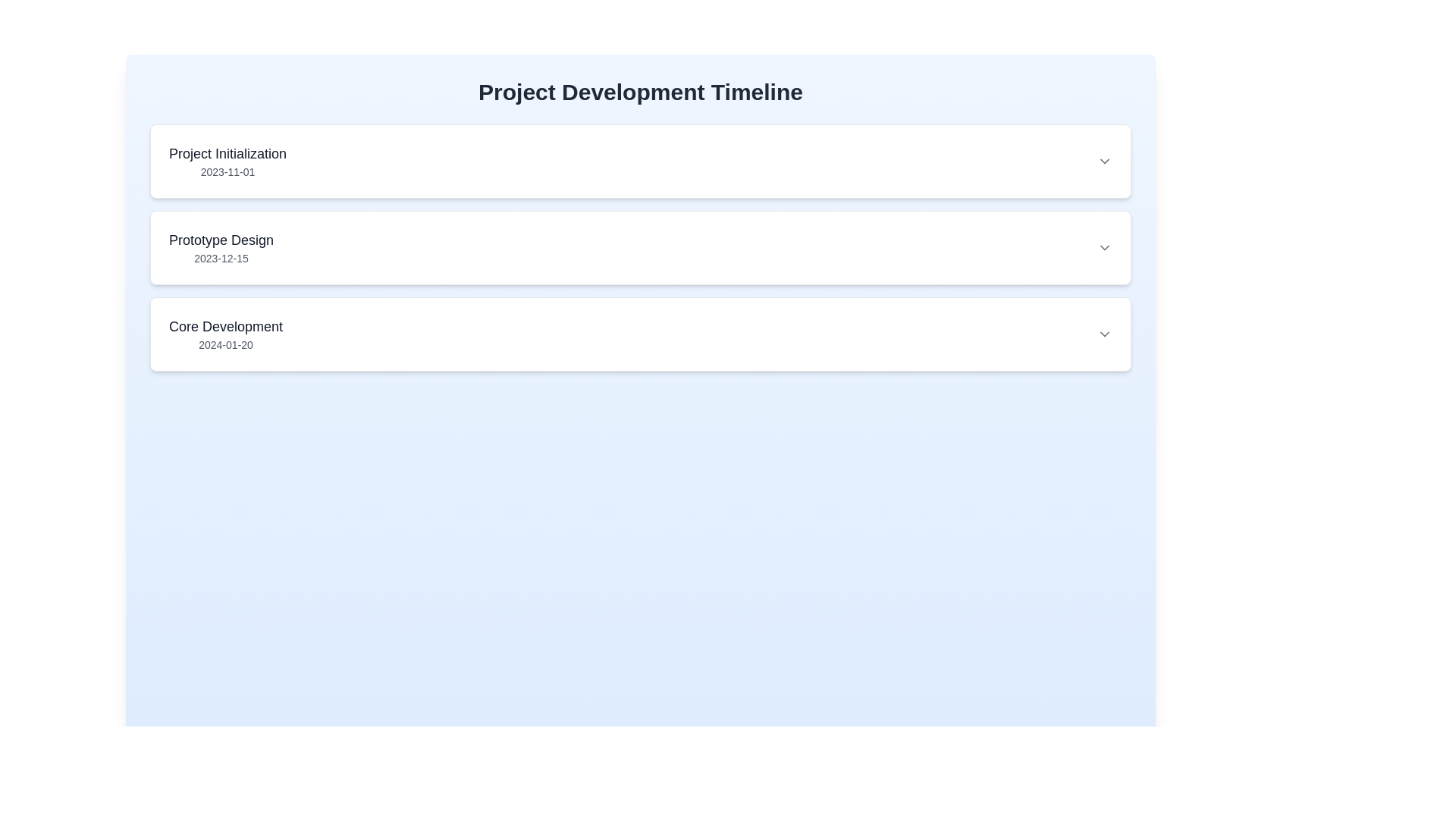  Describe the element at coordinates (227, 161) in the screenshot. I see `text from the project milestone description located at the top left corner of the first card in the vertical list of cards` at that location.